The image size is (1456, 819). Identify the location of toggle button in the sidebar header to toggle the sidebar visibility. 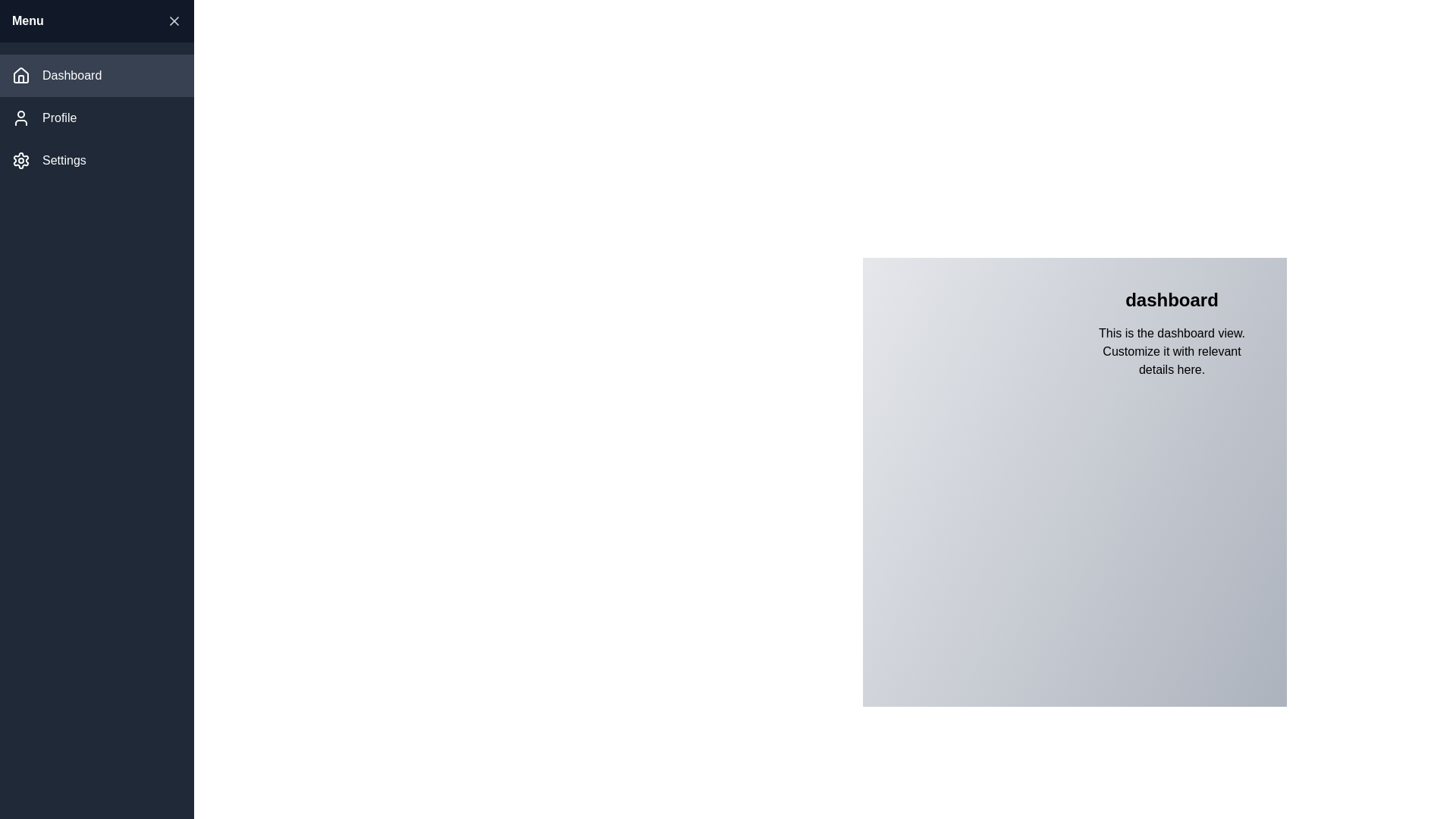
(174, 20).